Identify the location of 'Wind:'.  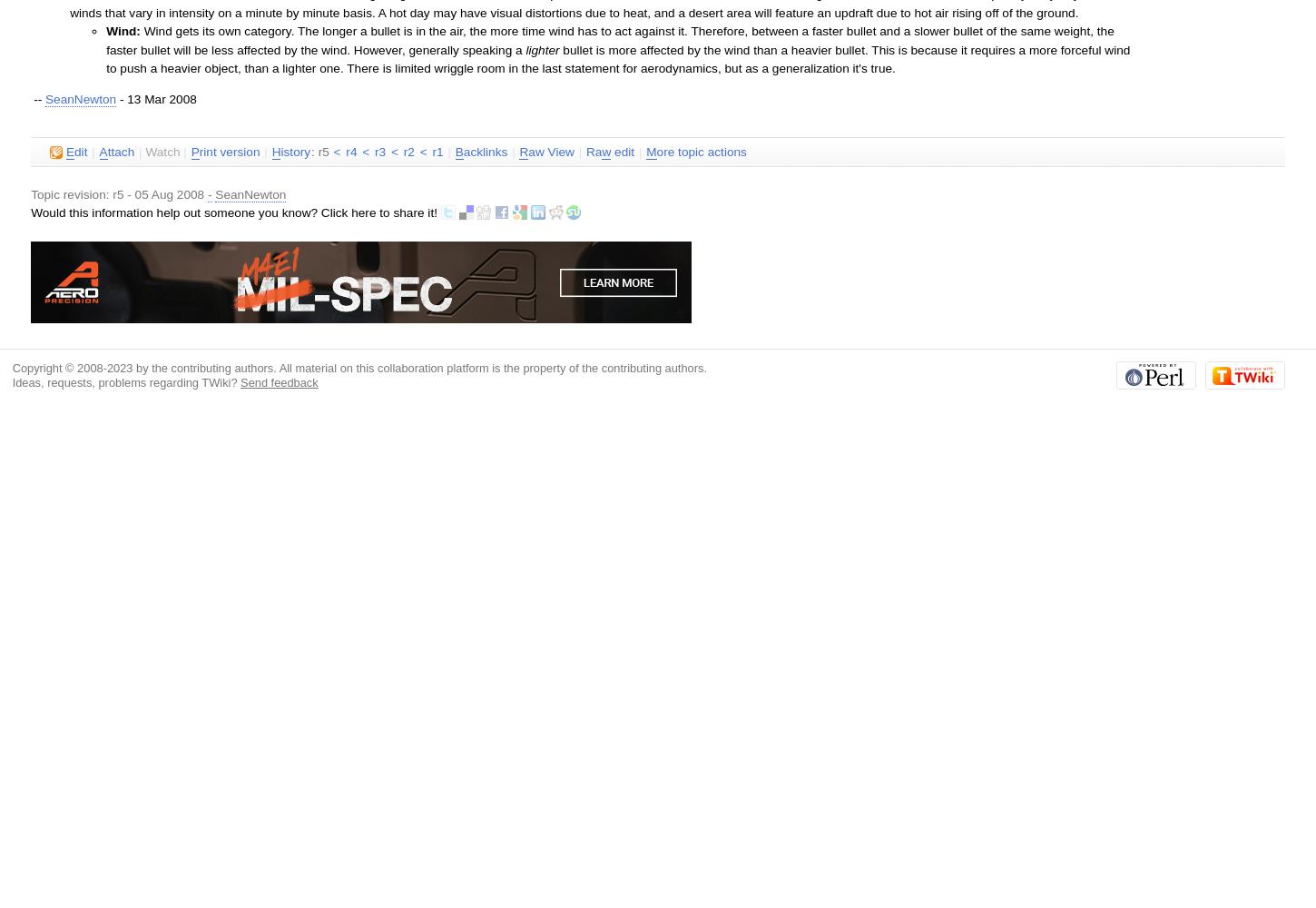
(122, 31).